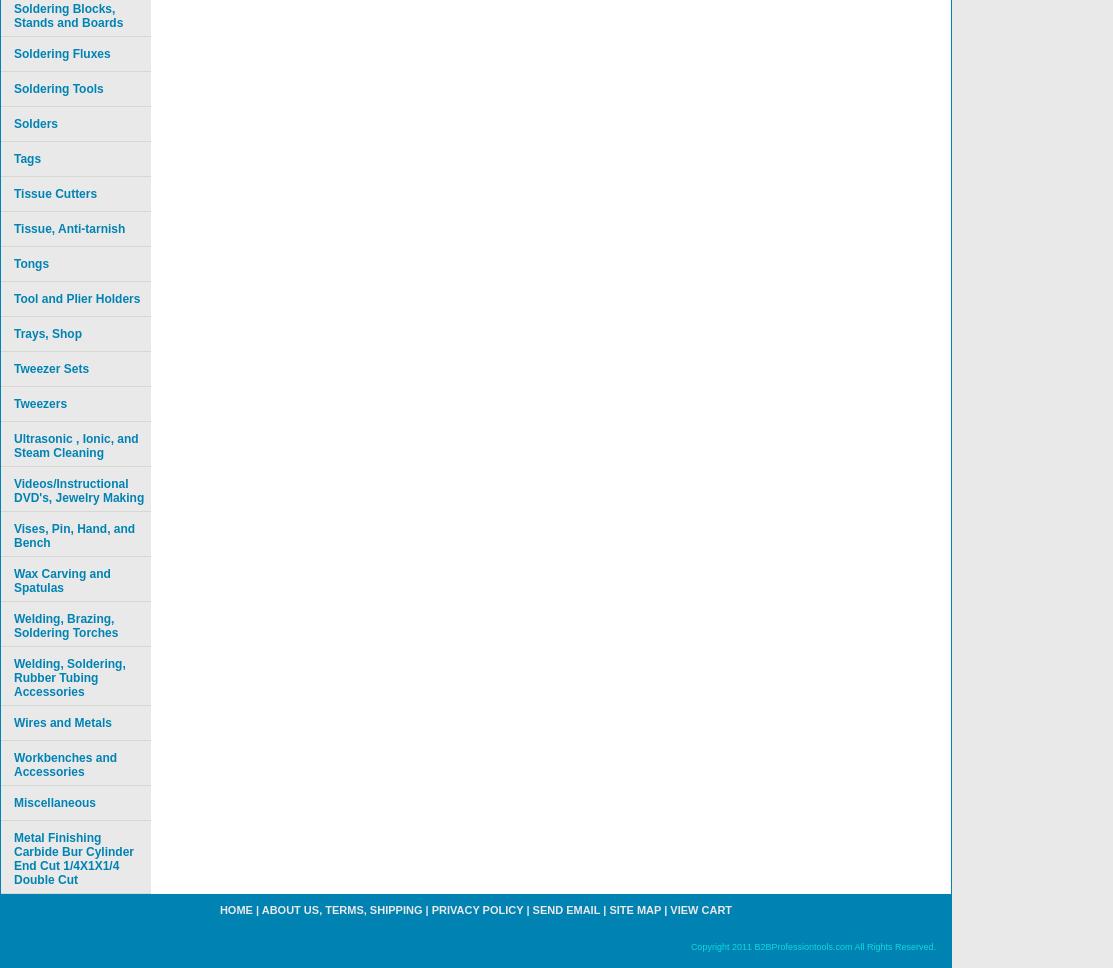 The height and width of the screenshot is (968, 1113). What do you see at coordinates (55, 193) in the screenshot?
I see `'Tissue Cutters'` at bounding box center [55, 193].